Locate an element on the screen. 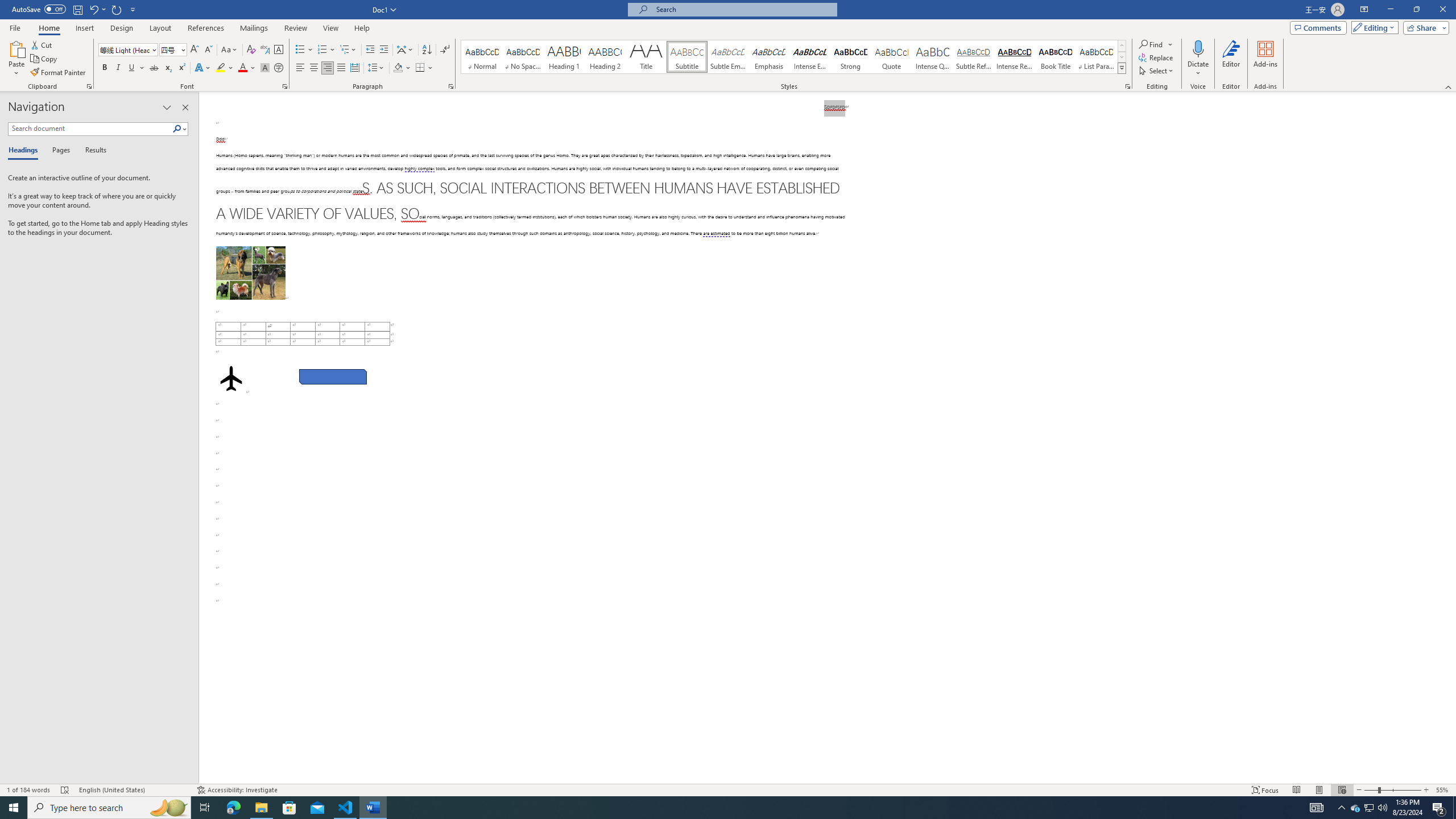 The image size is (1456, 819). 'Paste' is located at coordinates (16, 48).